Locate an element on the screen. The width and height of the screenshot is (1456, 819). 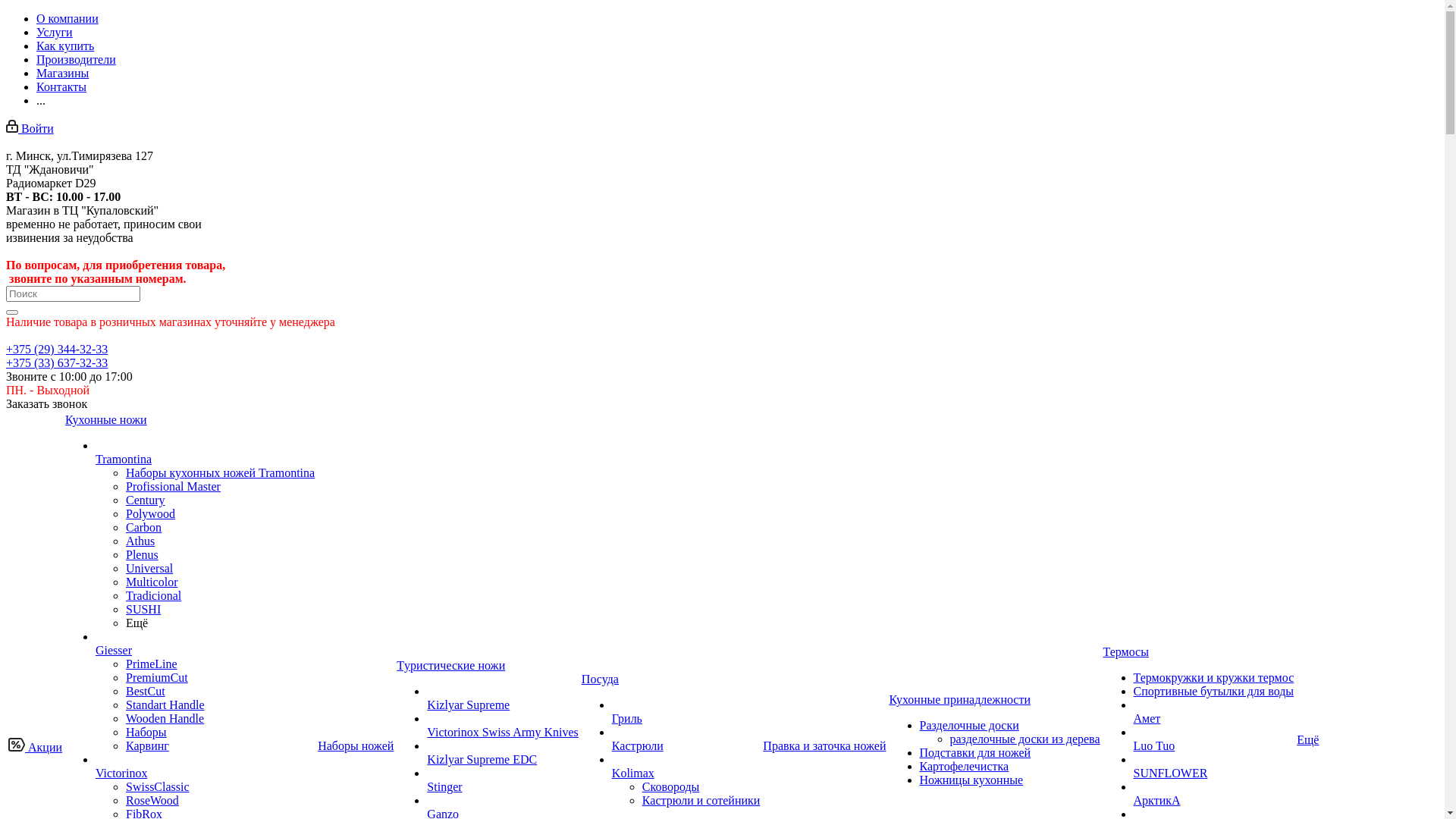
'Profissional Master' is located at coordinates (173, 486).